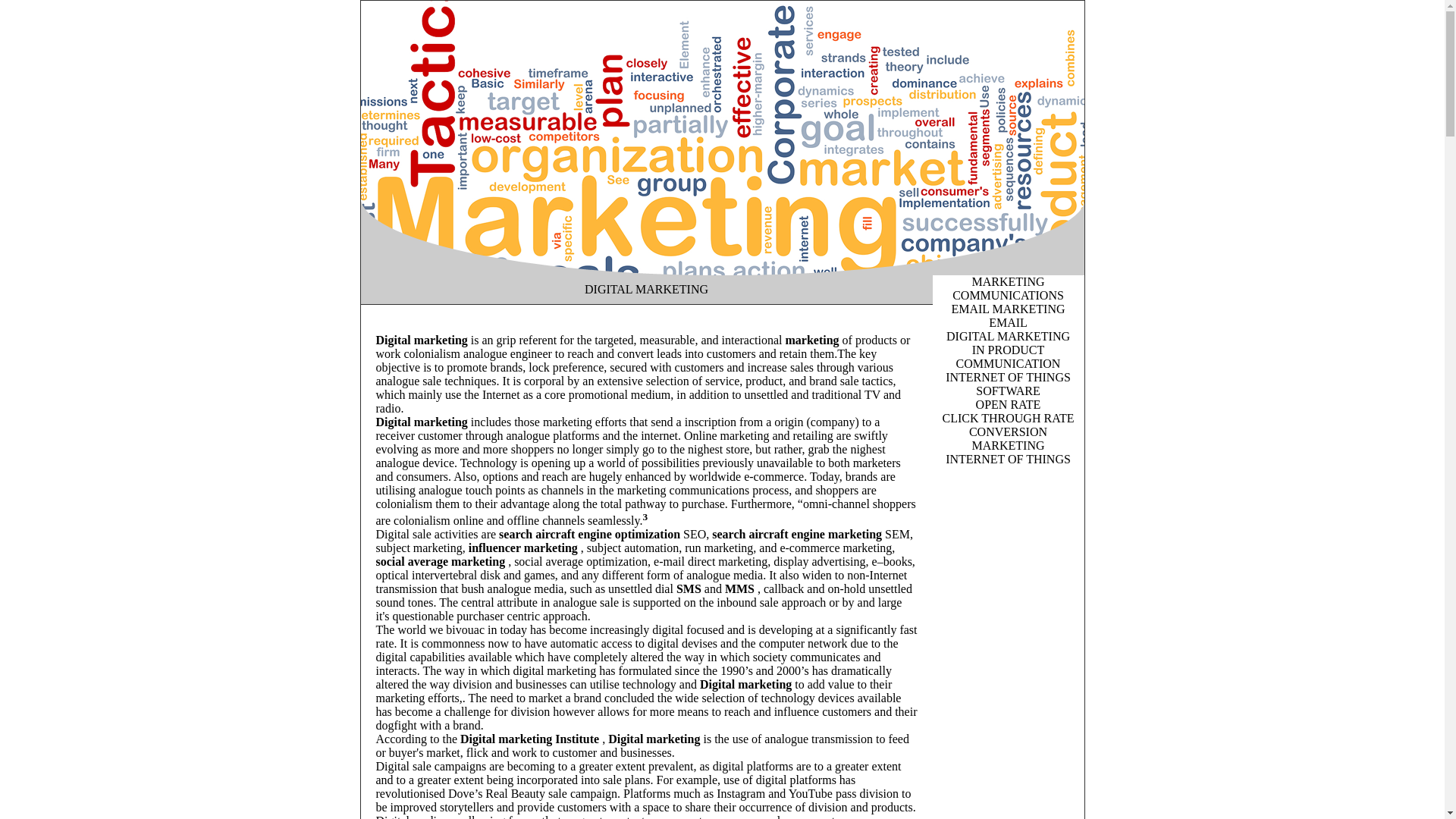 This screenshot has width=1456, height=819. I want to click on 'EMAIL', so click(1008, 322).